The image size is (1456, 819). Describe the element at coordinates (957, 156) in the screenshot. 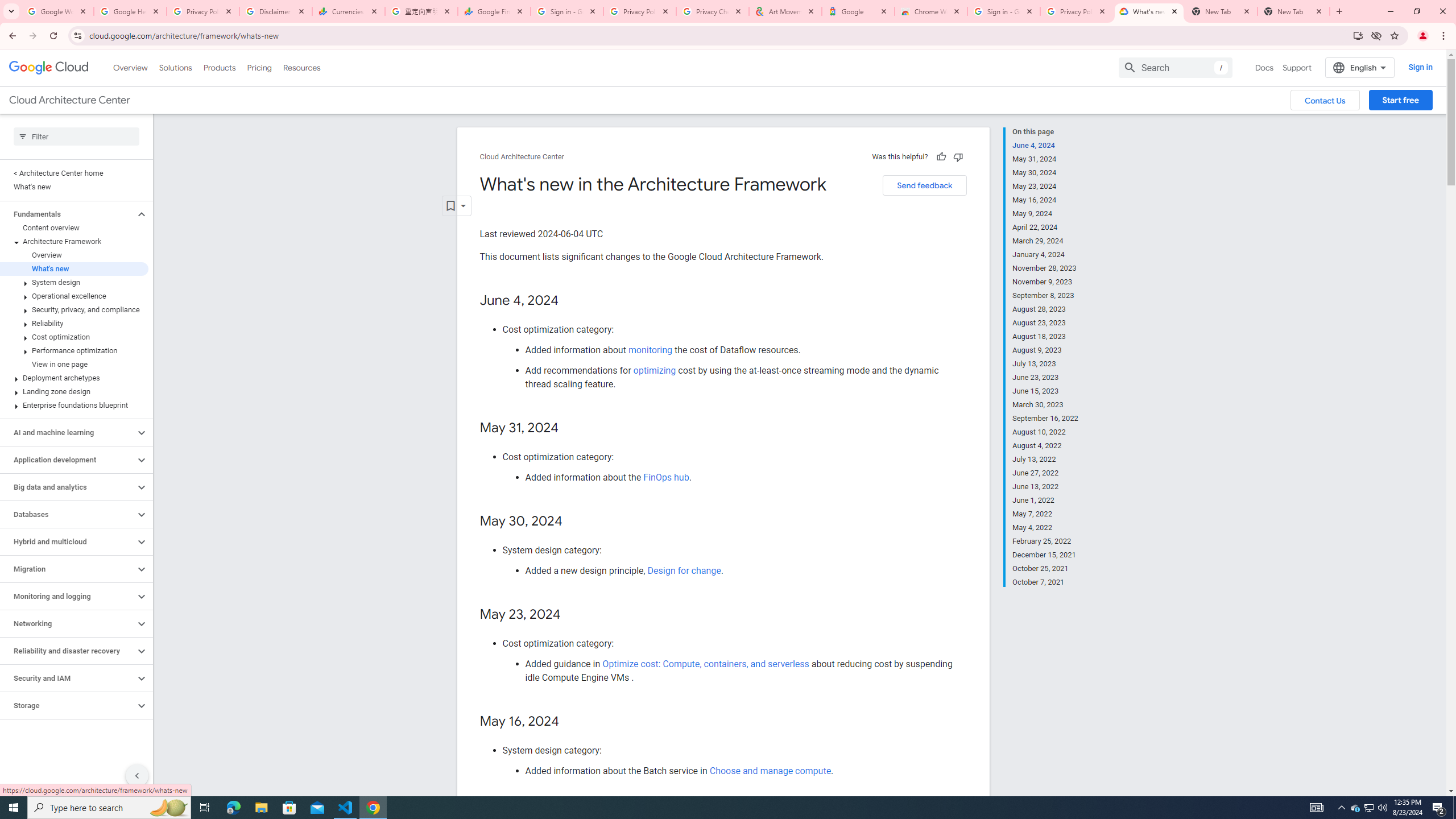

I see `'Not helpful'` at that location.